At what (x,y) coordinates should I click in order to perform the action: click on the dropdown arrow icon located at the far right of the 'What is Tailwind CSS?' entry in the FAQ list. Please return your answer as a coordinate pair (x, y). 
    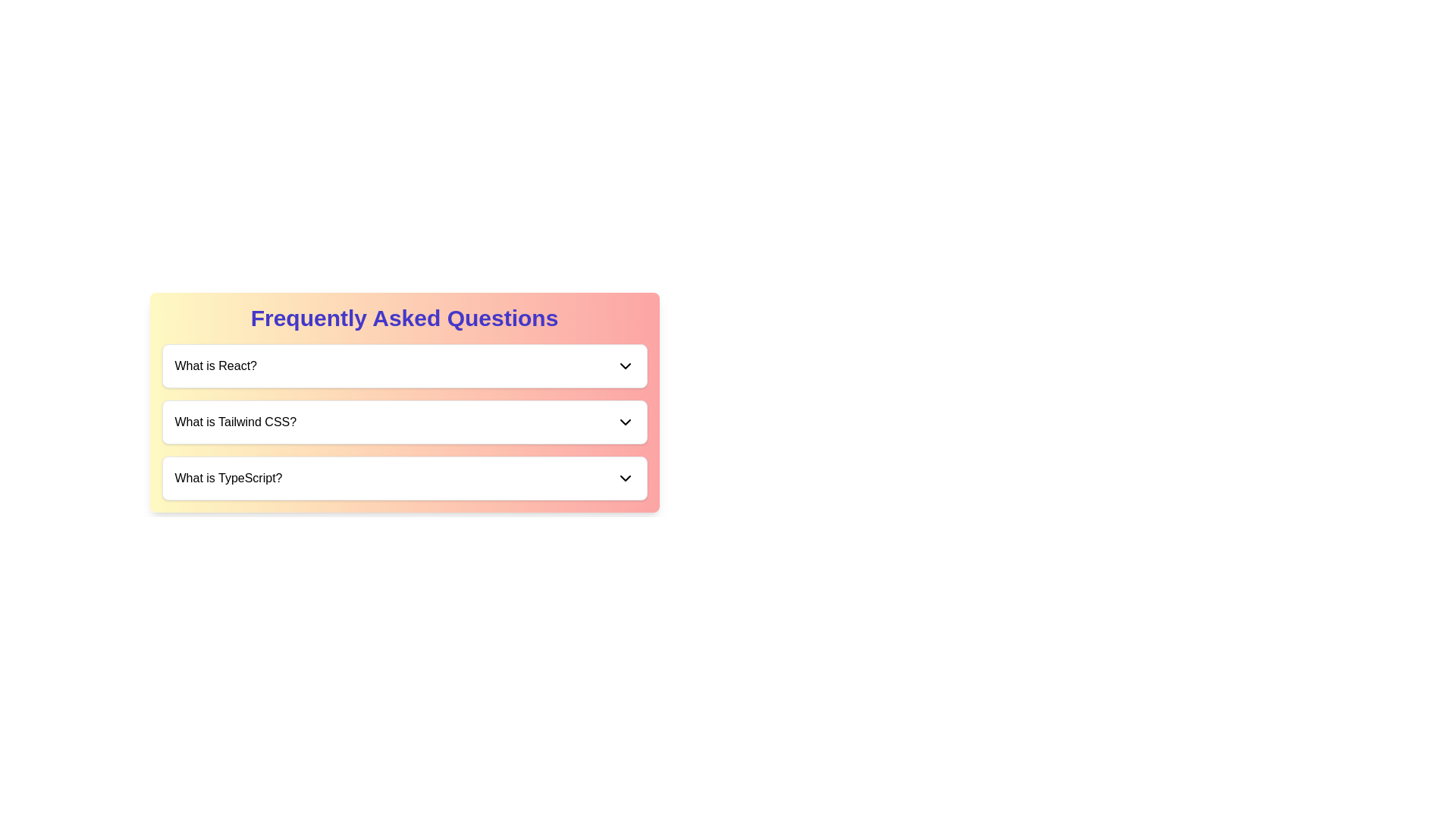
    Looking at the image, I should click on (625, 422).